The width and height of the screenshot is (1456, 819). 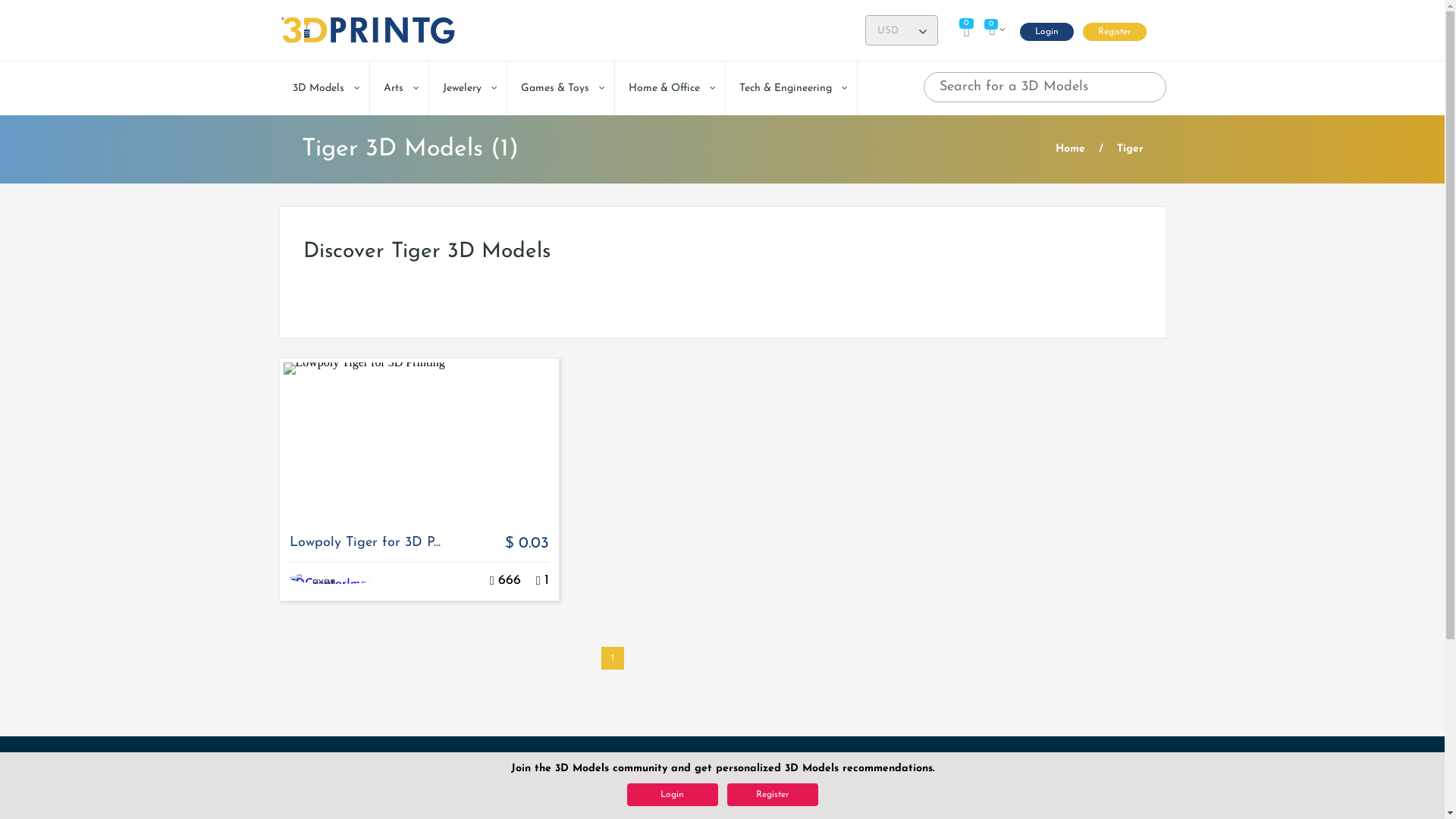 I want to click on '3D Models', so click(x=323, y=88).